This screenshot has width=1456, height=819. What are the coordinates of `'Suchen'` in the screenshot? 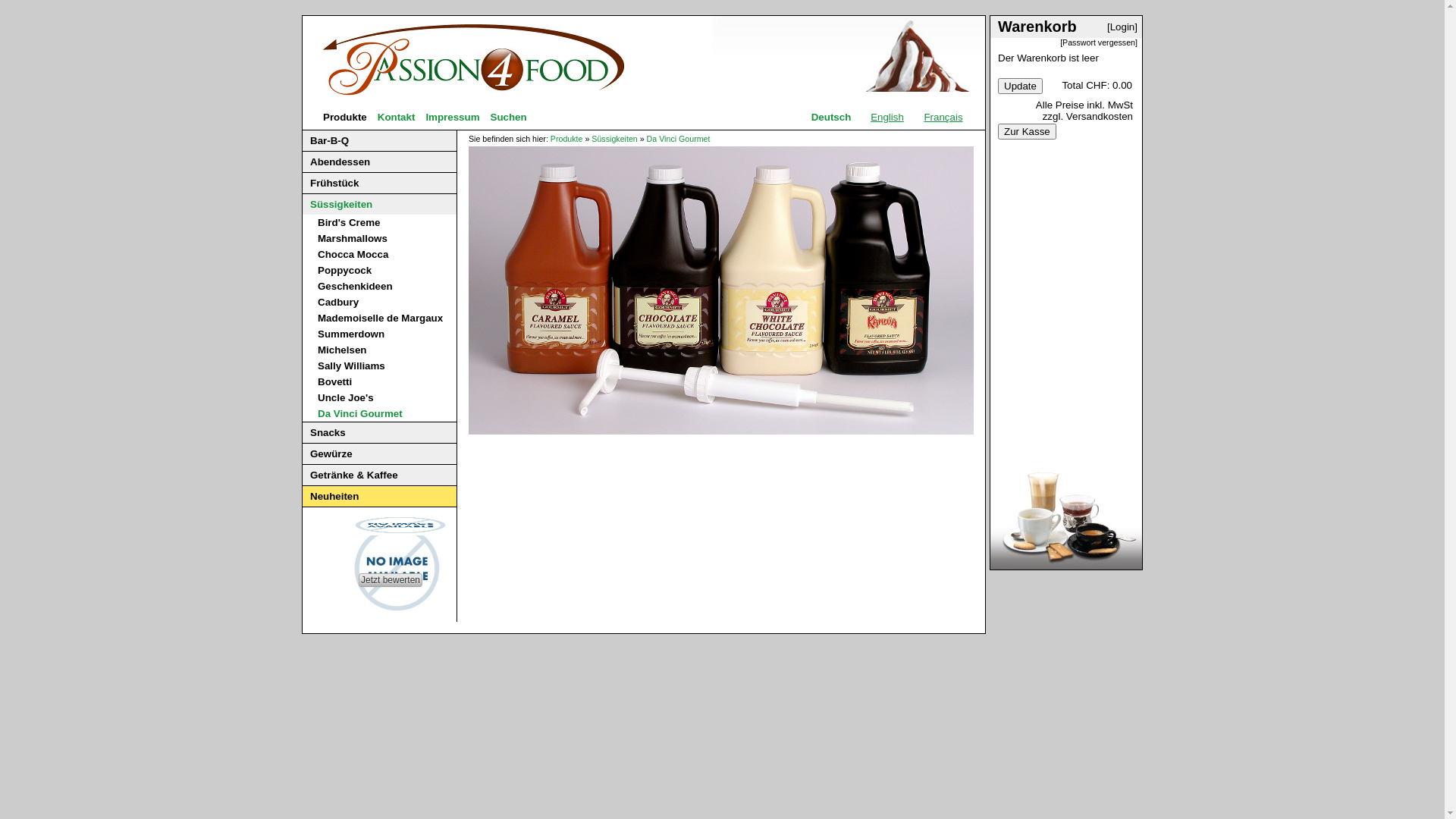 It's located at (509, 116).